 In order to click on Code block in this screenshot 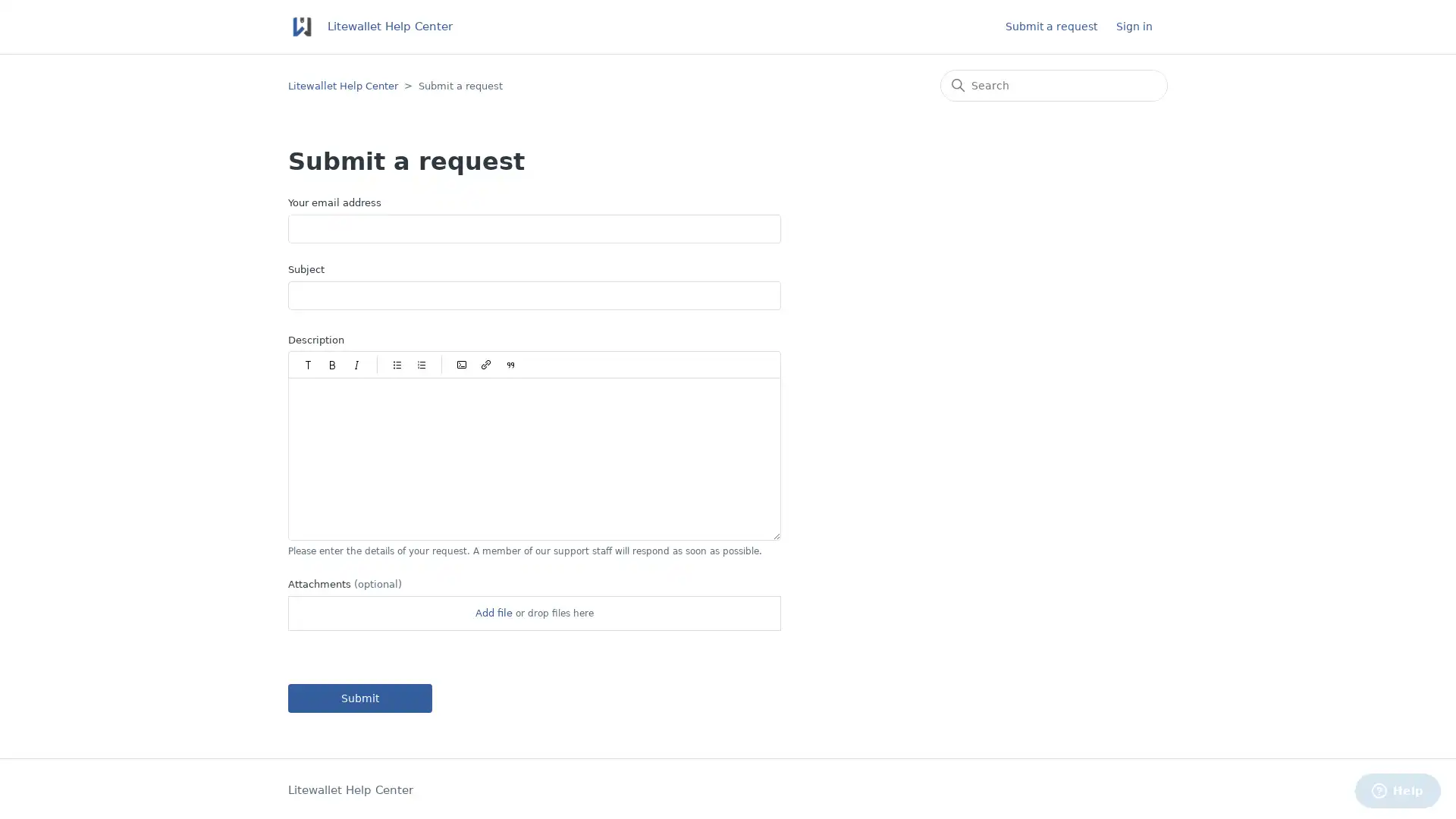, I will do `click(461, 365)`.